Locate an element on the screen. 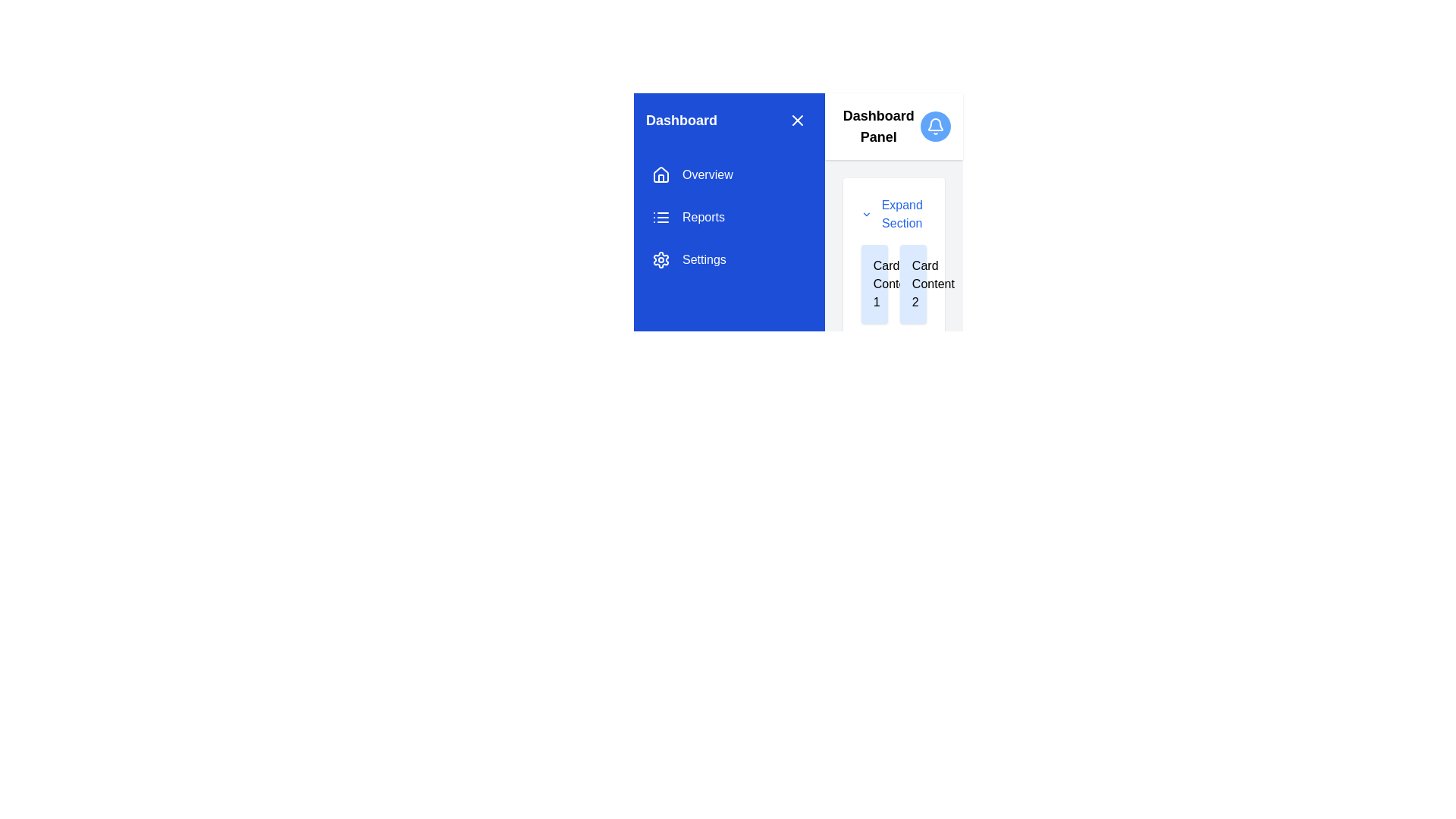 The width and height of the screenshot is (1456, 819). the chevron icon to the left of the 'Expand Section' text within the 'Dashboard Panel' is located at coordinates (866, 214).